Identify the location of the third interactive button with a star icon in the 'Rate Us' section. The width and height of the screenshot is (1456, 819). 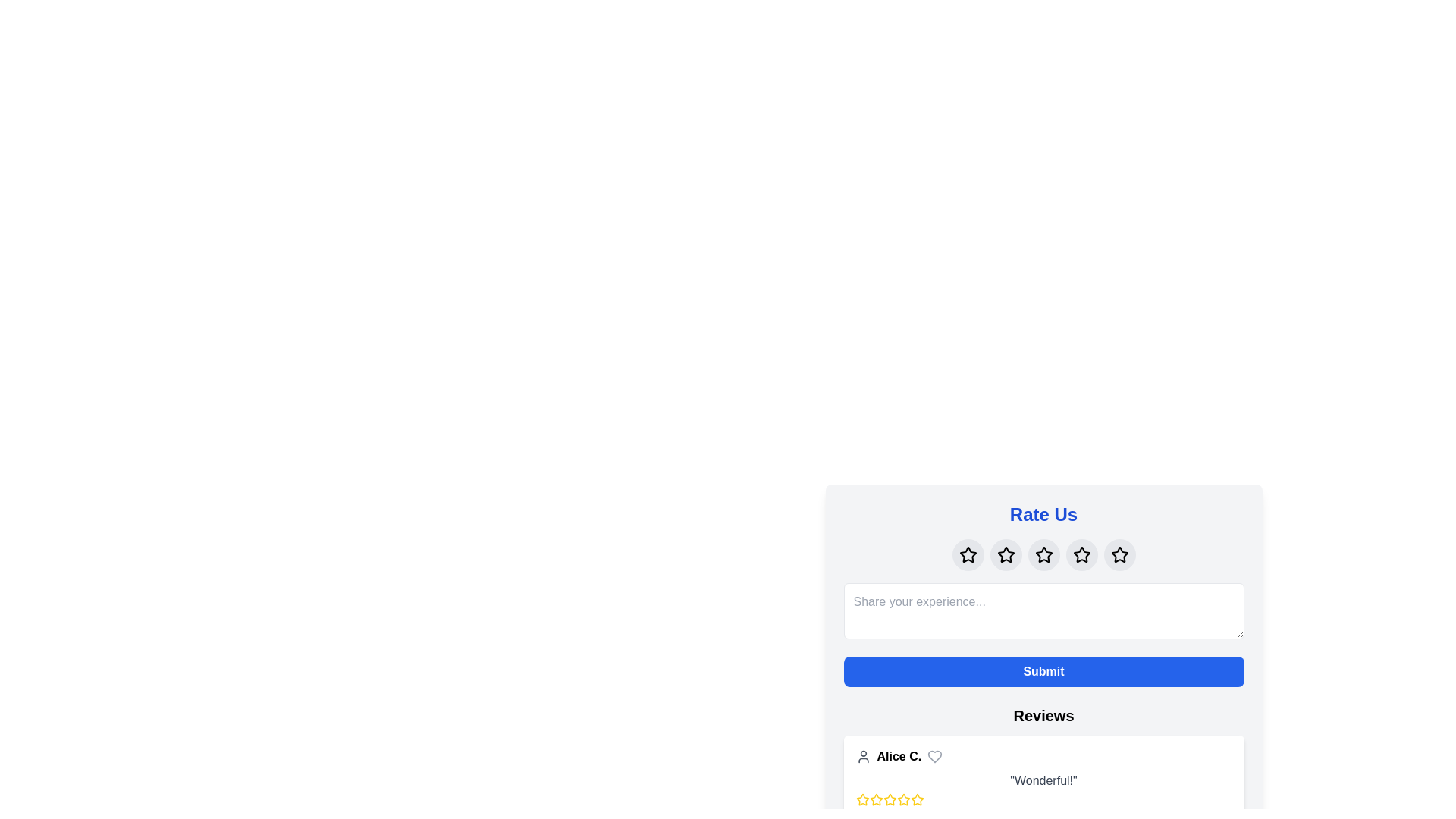
(1006, 555).